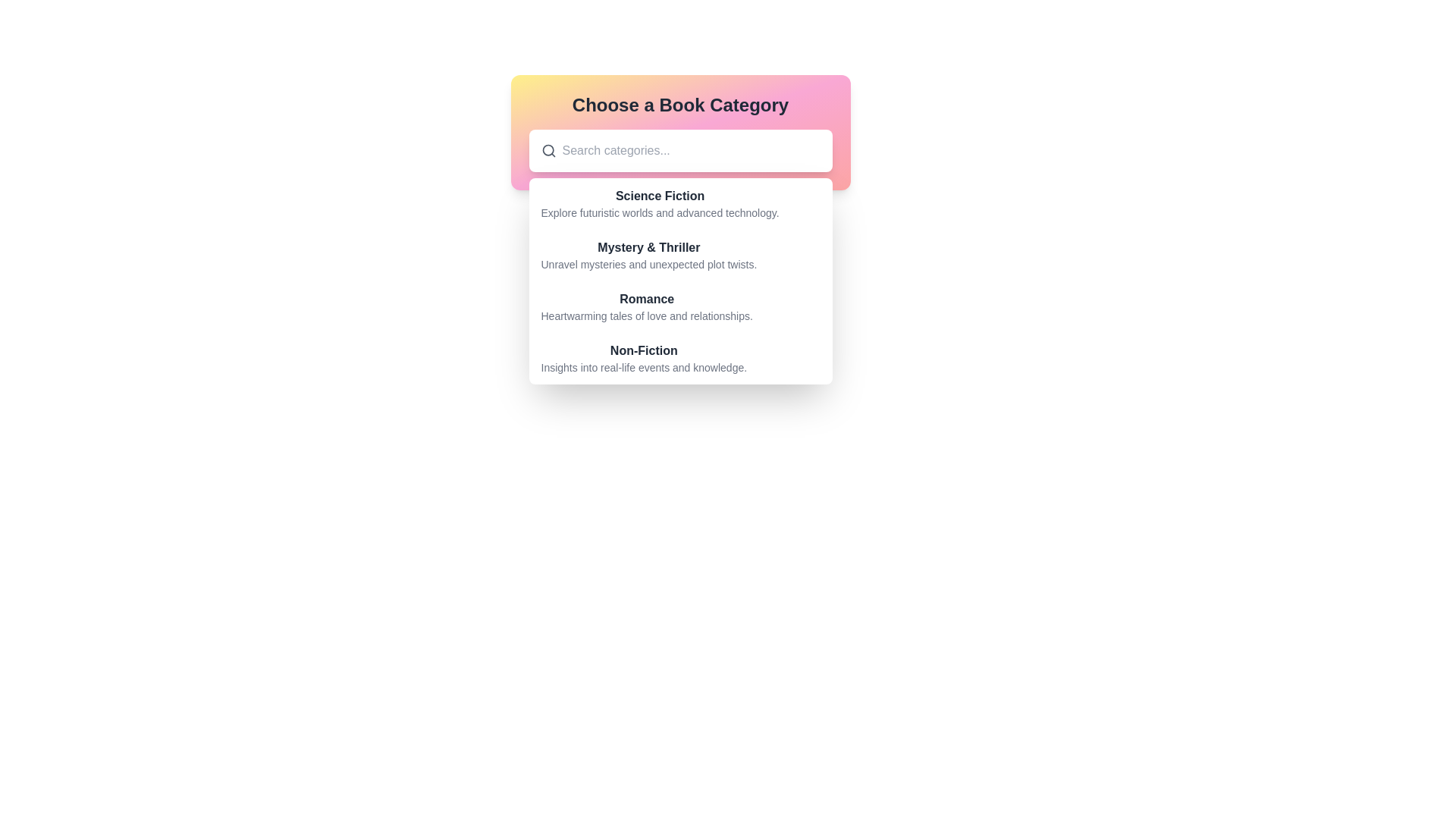  Describe the element at coordinates (679, 203) in the screenshot. I see `the 'Science Fiction' selectable category in the book categories list` at that location.